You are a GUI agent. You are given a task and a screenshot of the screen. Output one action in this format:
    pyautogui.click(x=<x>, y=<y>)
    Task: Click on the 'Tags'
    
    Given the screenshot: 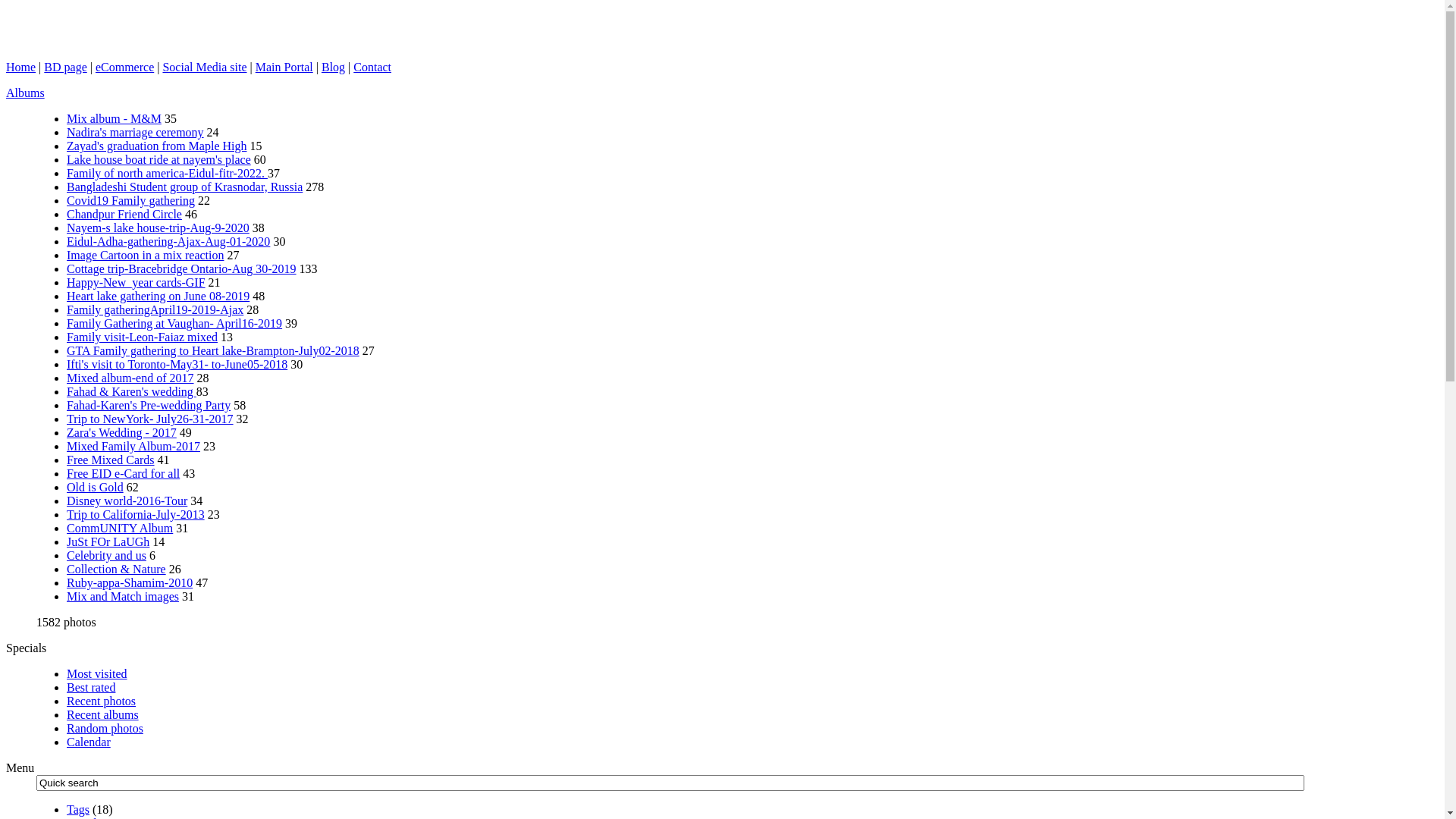 What is the action you would take?
    pyautogui.click(x=77, y=808)
    